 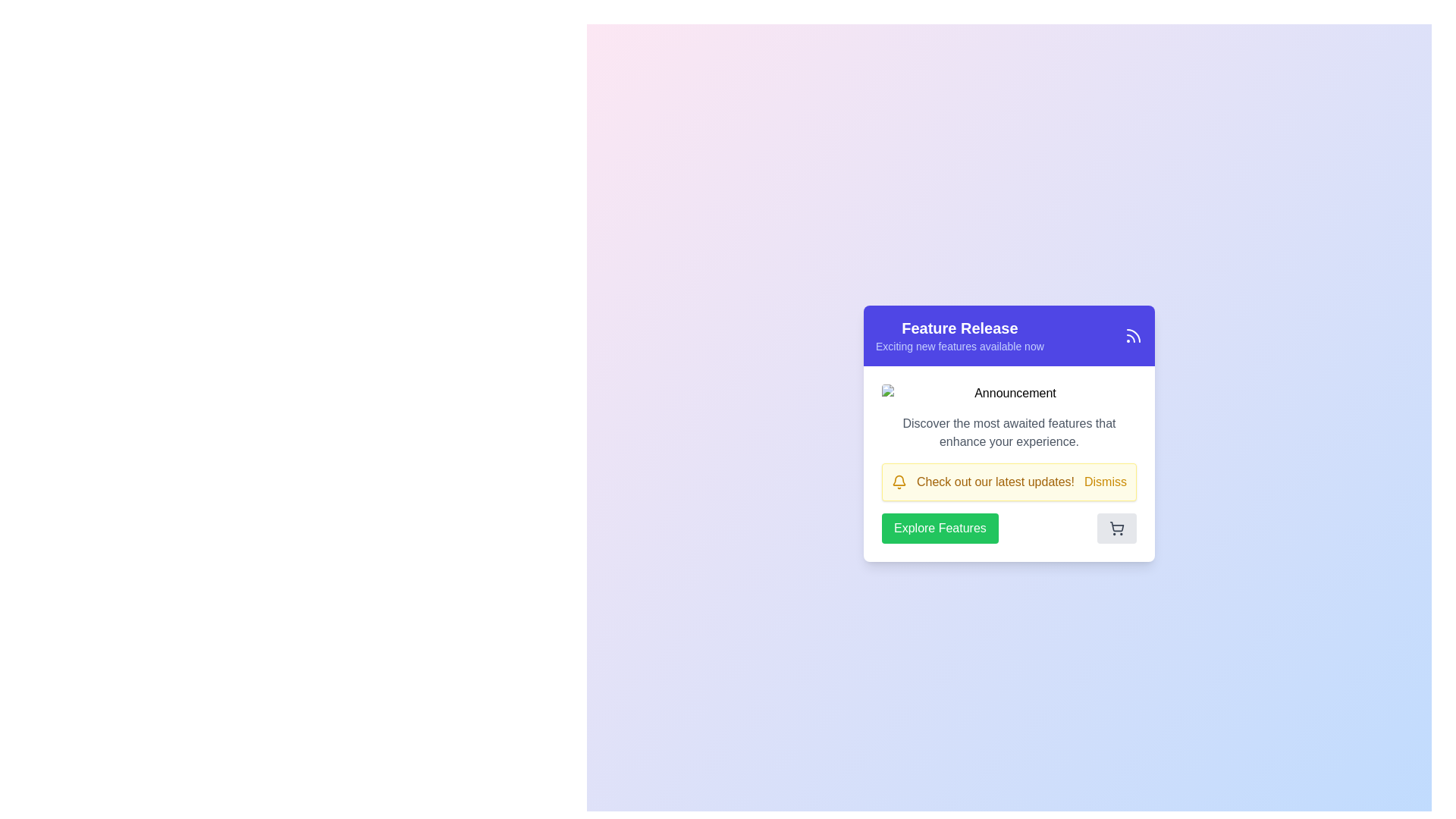 What do you see at coordinates (1117, 528) in the screenshot?
I see `the small shopping cart icon, which is a minimalistic outline style element located in a rounded rectangular button at the lower-right corner of the UI` at bounding box center [1117, 528].